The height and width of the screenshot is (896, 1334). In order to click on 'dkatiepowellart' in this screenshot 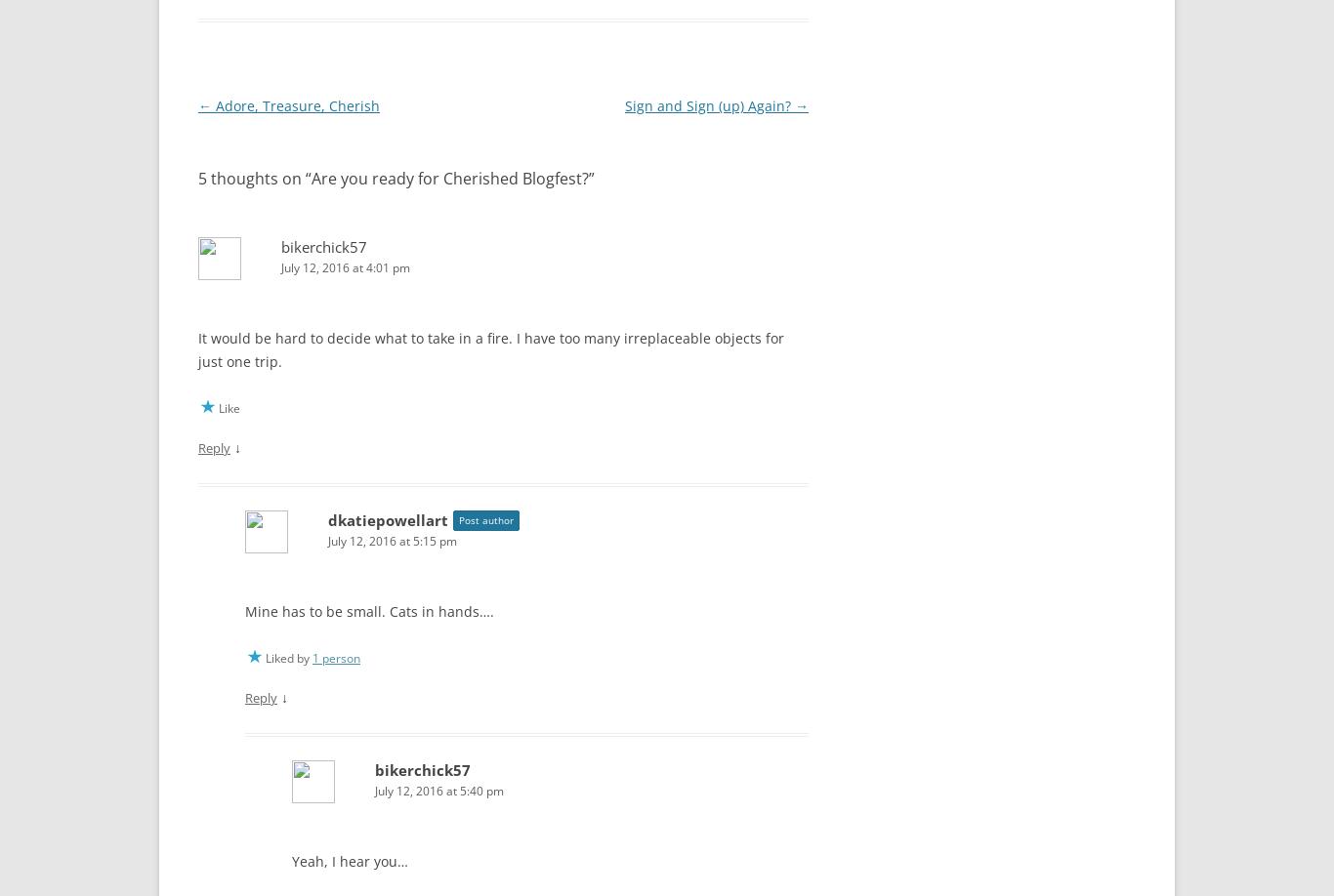, I will do `click(328, 515)`.